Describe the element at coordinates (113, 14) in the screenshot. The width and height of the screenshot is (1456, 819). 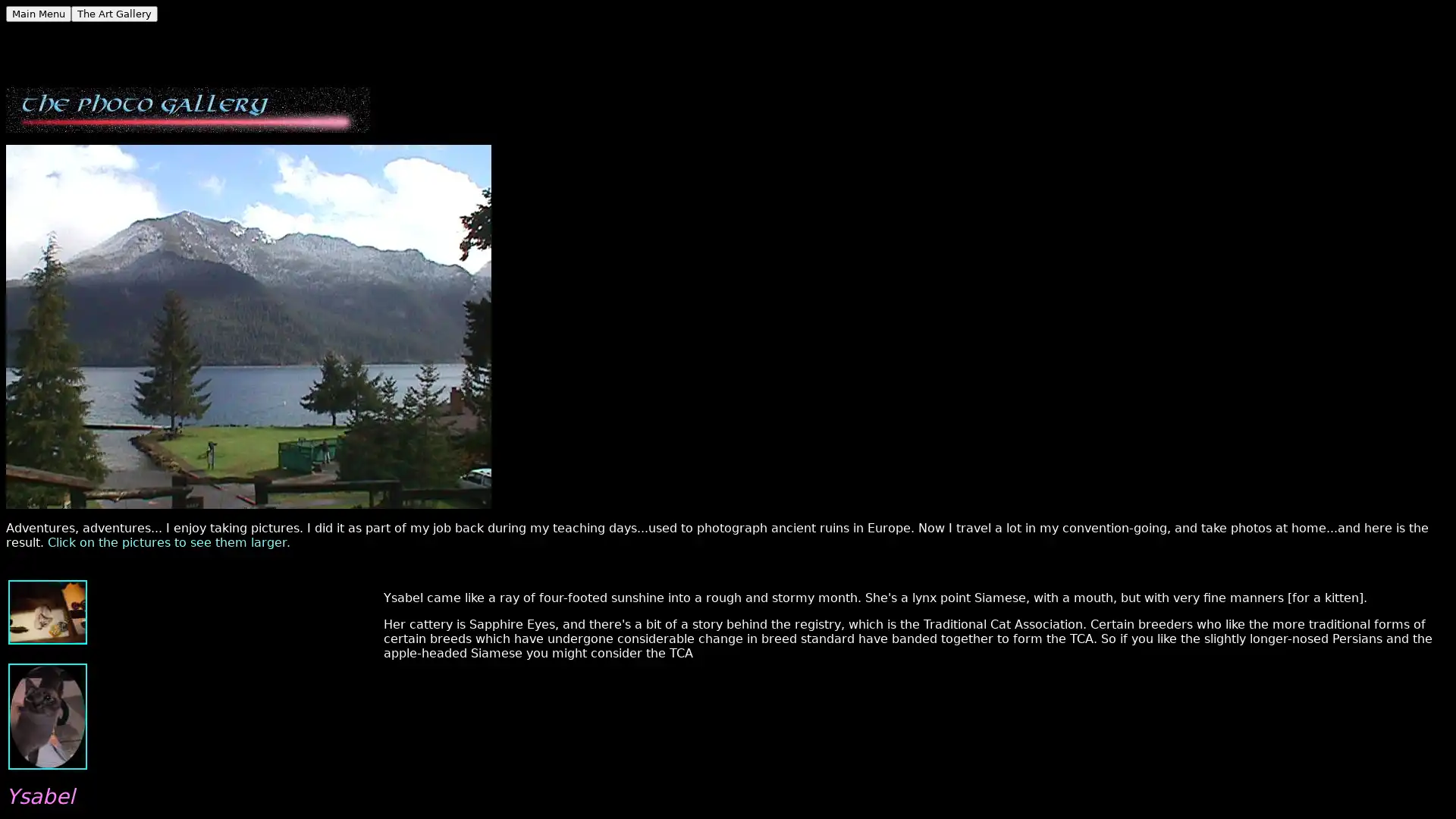
I see `The Art Gallery` at that location.